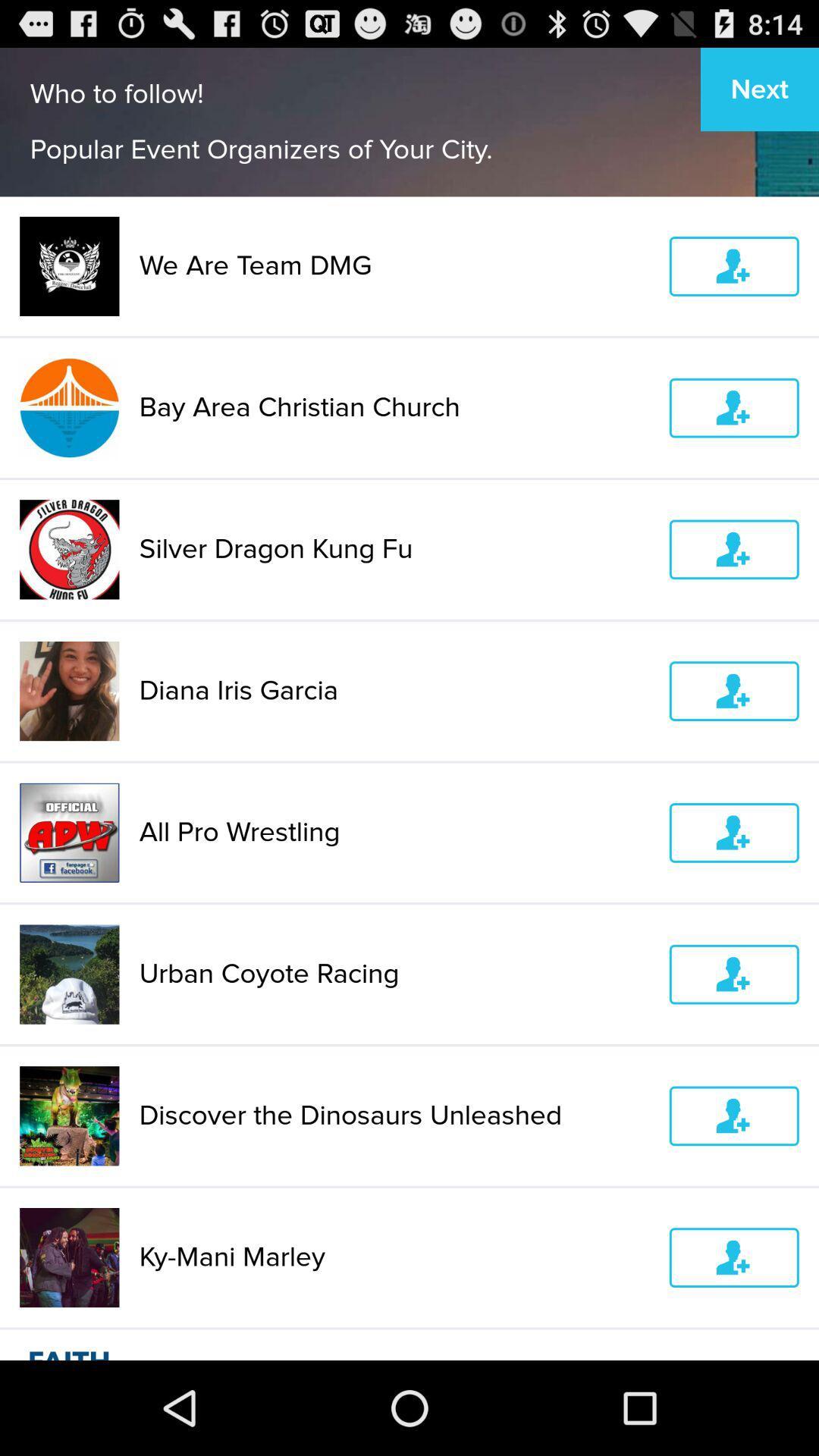  Describe the element at coordinates (394, 265) in the screenshot. I see `icon above bay area christian` at that location.